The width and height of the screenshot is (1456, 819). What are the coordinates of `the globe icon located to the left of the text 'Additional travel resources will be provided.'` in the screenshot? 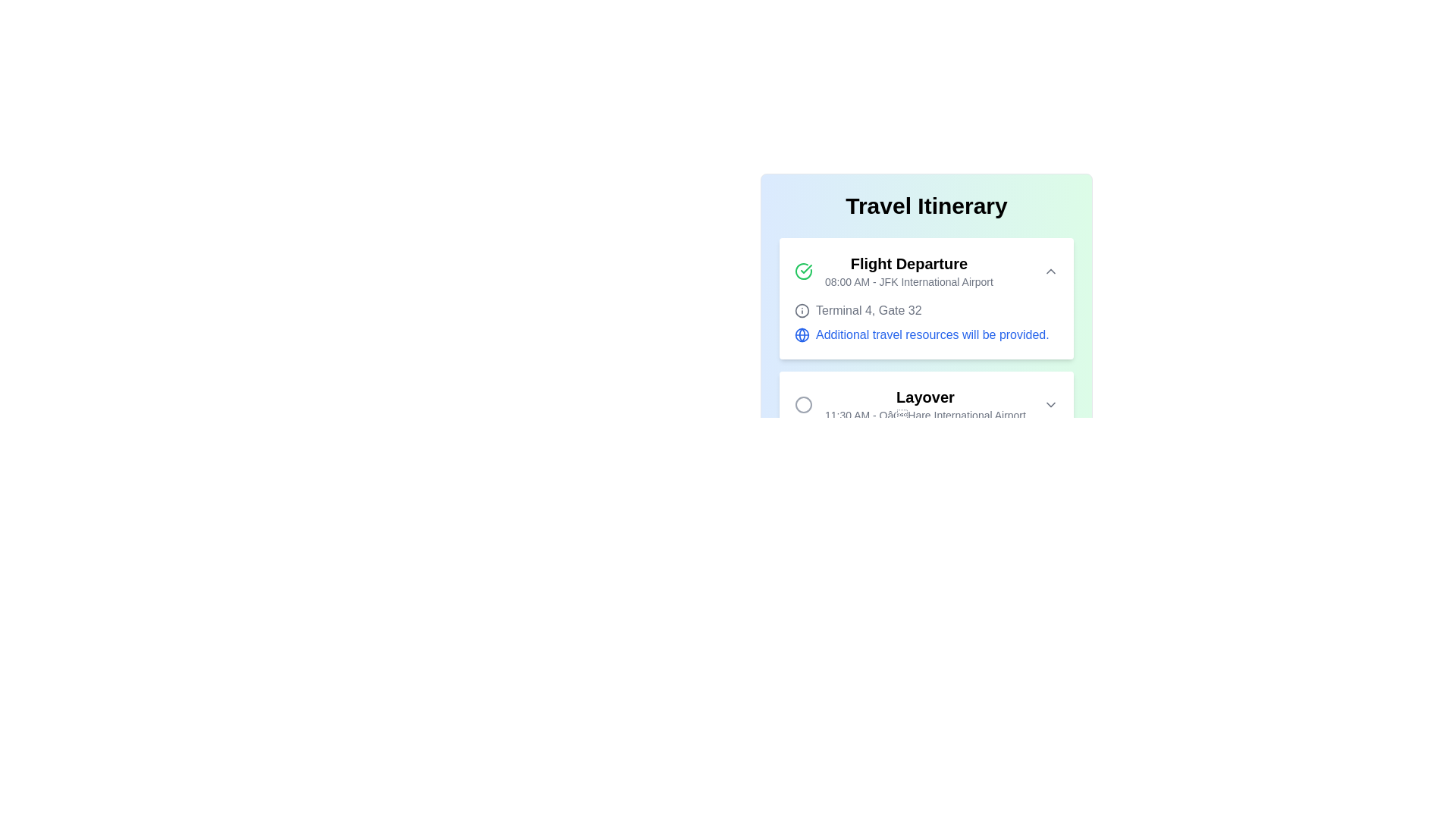 It's located at (801, 334).